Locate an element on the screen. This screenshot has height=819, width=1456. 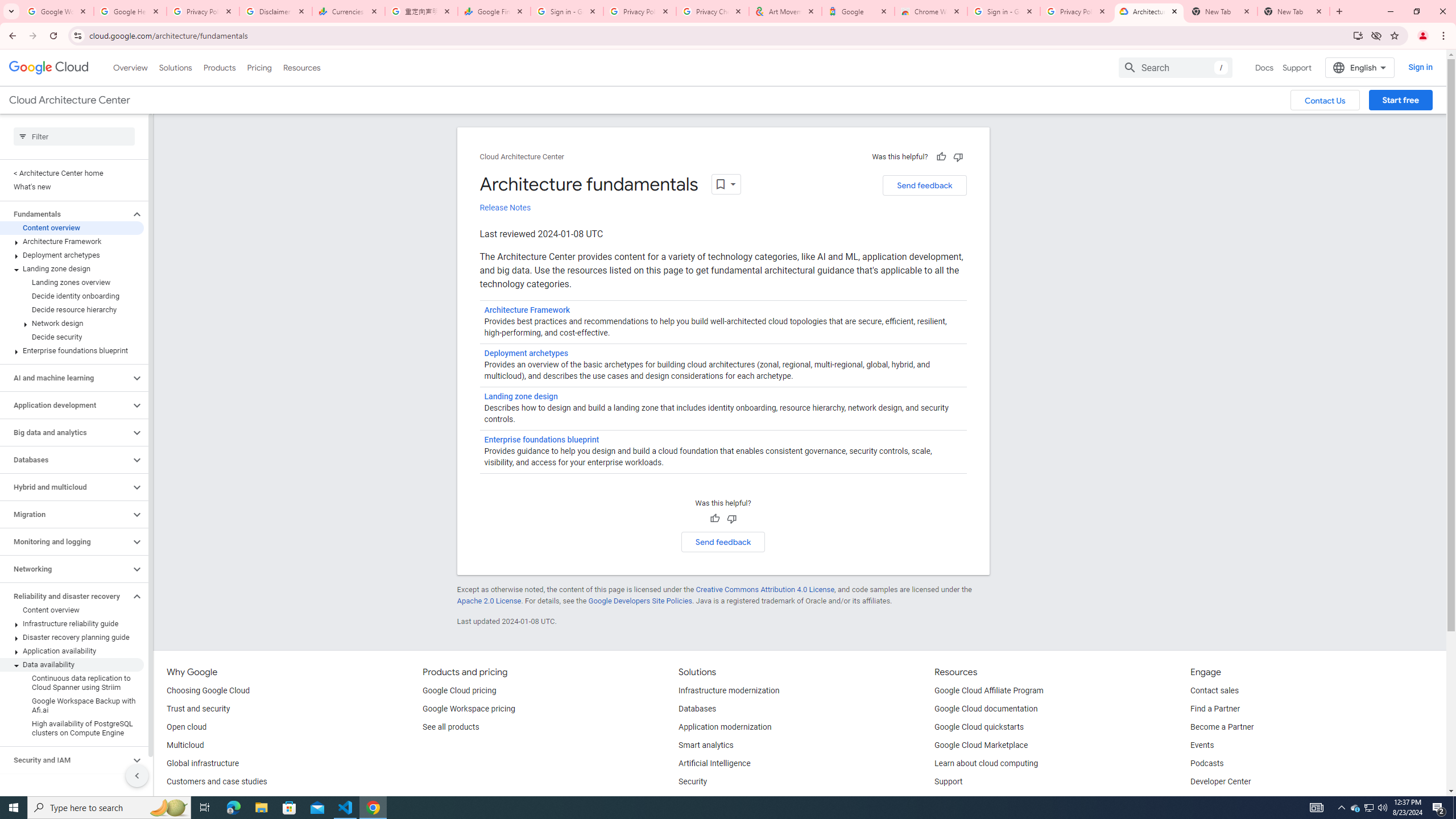
'Google Cloud' is located at coordinates (48, 67).